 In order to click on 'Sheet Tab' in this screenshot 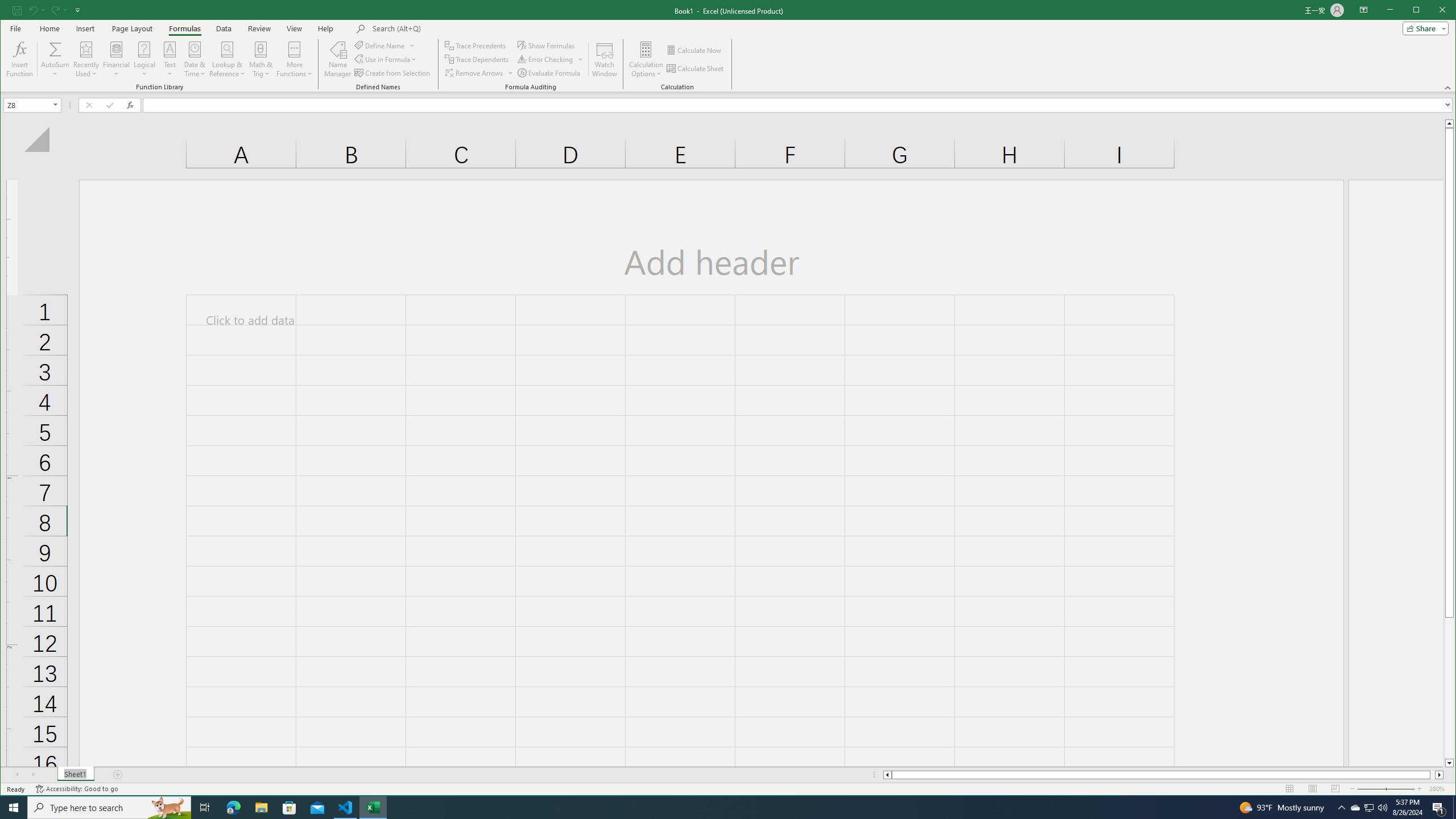, I will do `click(76, 775)`.